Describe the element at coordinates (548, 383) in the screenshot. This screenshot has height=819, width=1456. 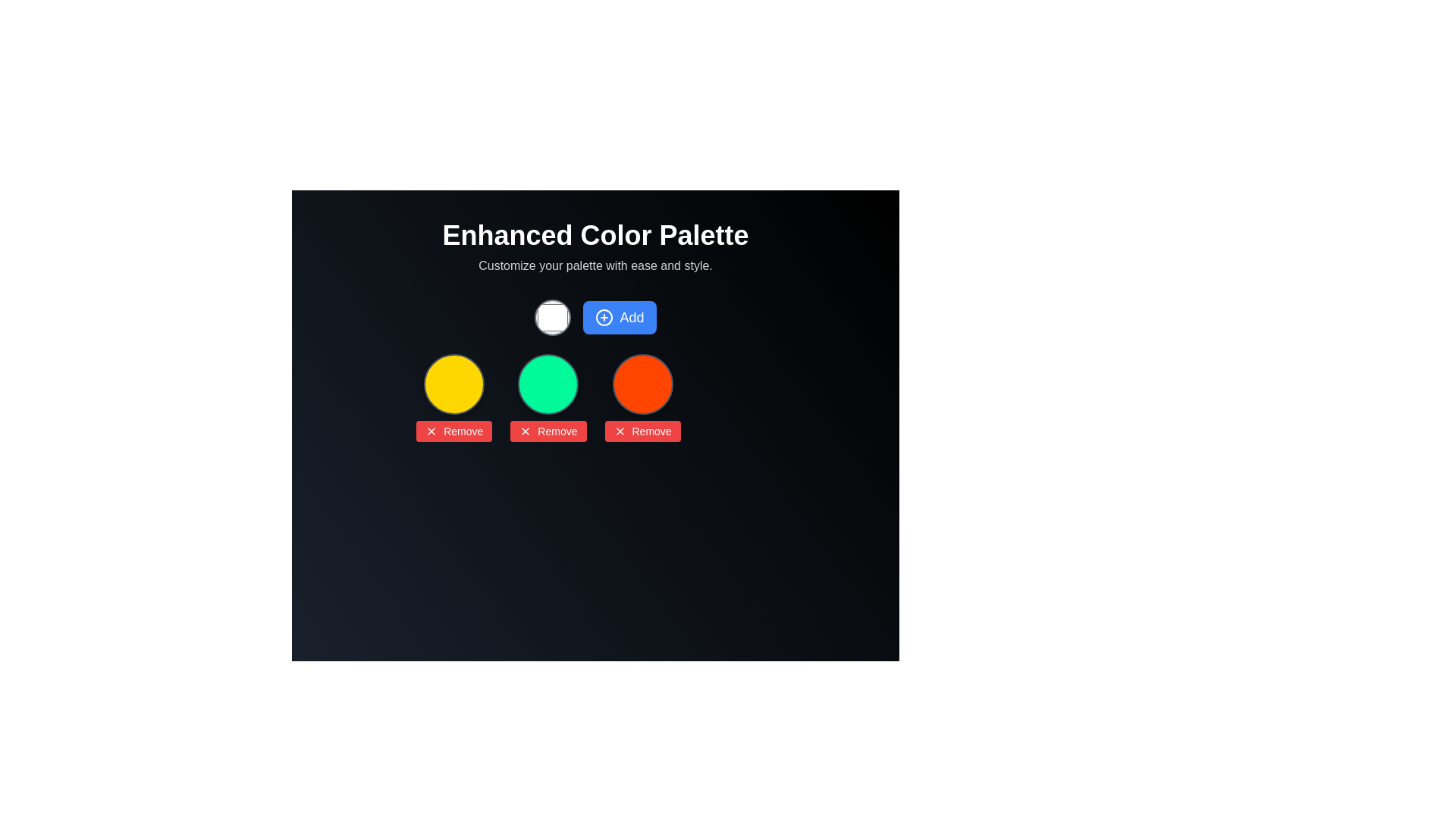
I see `the circular green button in the color palette interface` at that location.